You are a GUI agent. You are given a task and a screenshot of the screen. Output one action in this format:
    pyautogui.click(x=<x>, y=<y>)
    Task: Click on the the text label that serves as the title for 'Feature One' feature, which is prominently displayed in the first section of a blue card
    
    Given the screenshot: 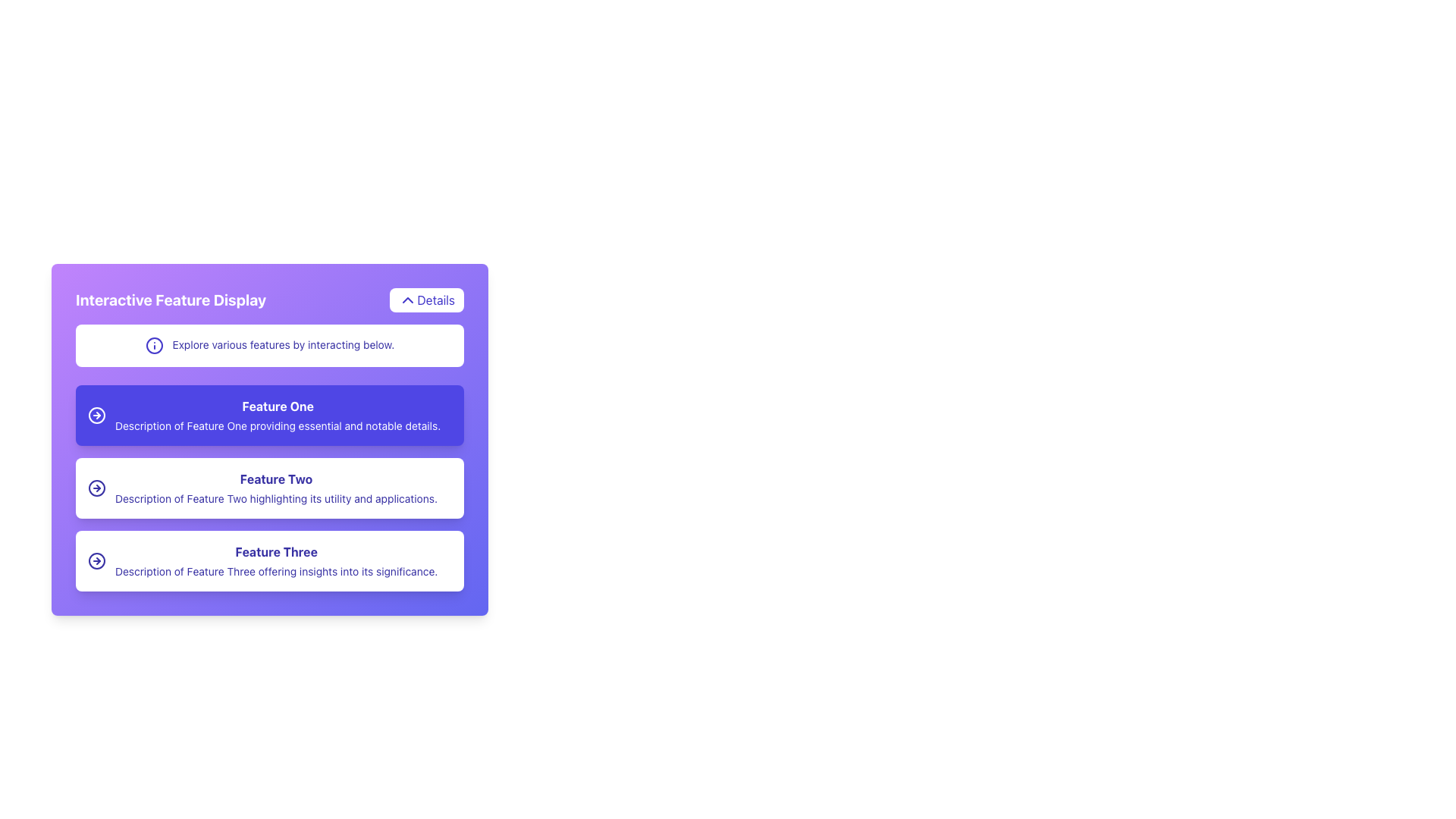 What is the action you would take?
    pyautogui.click(x=278, y=406)
    